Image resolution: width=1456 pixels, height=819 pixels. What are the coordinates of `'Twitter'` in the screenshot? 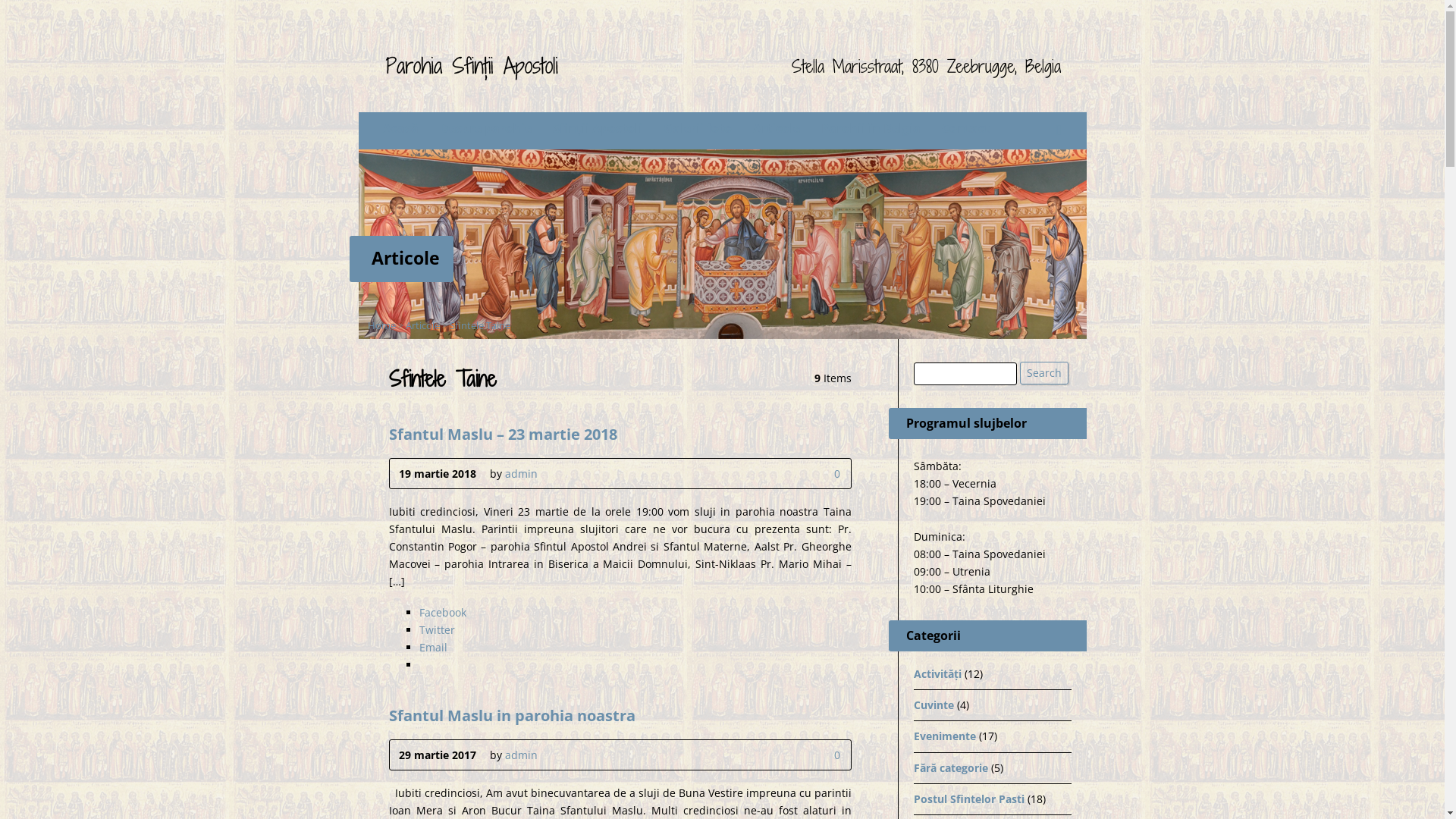 It's located at (435, 629).